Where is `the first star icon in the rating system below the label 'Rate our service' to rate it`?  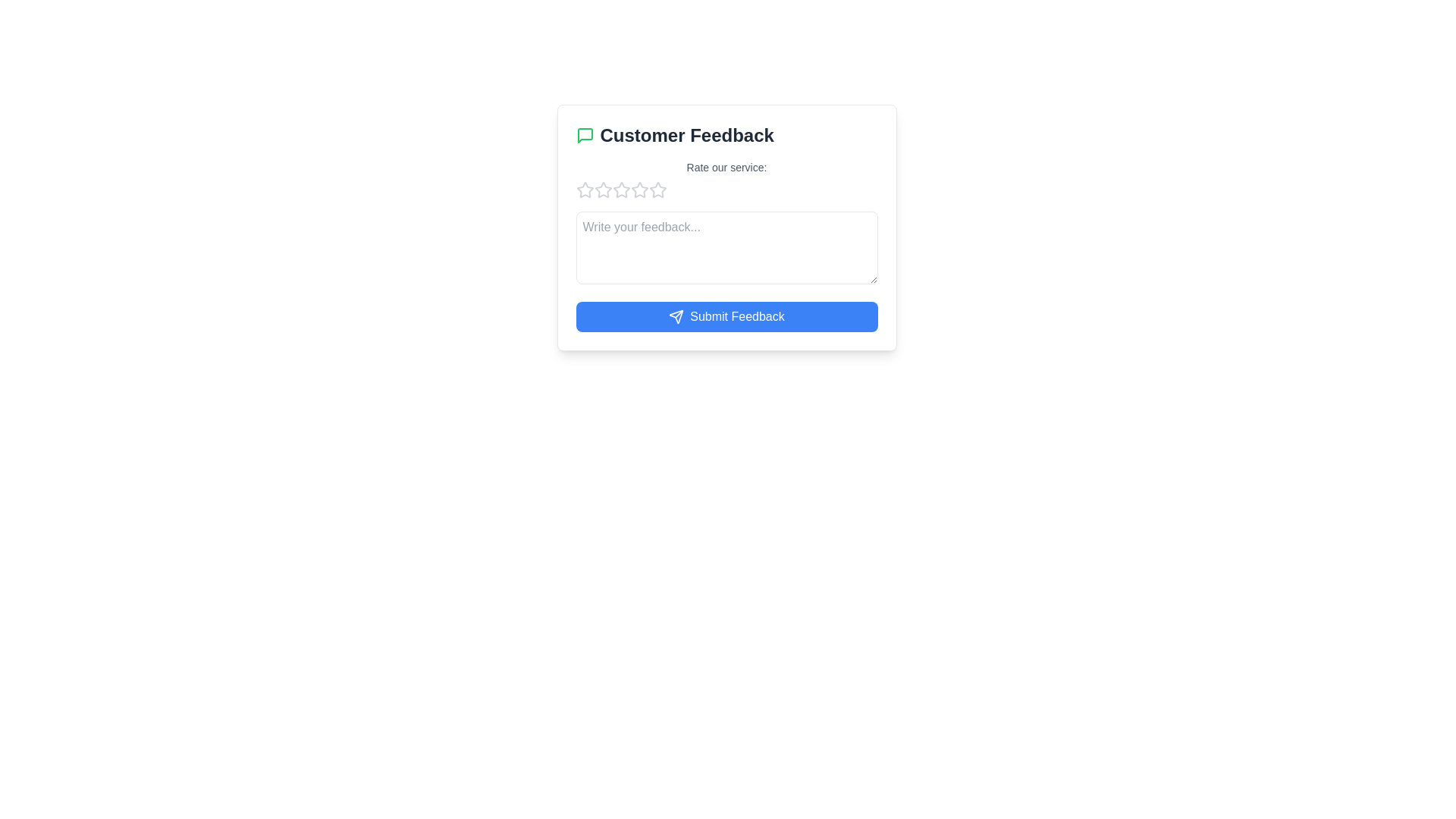 the first star icon in the rating system below the label 'Rate our service' to rate it is located at coordinates (602, 189).